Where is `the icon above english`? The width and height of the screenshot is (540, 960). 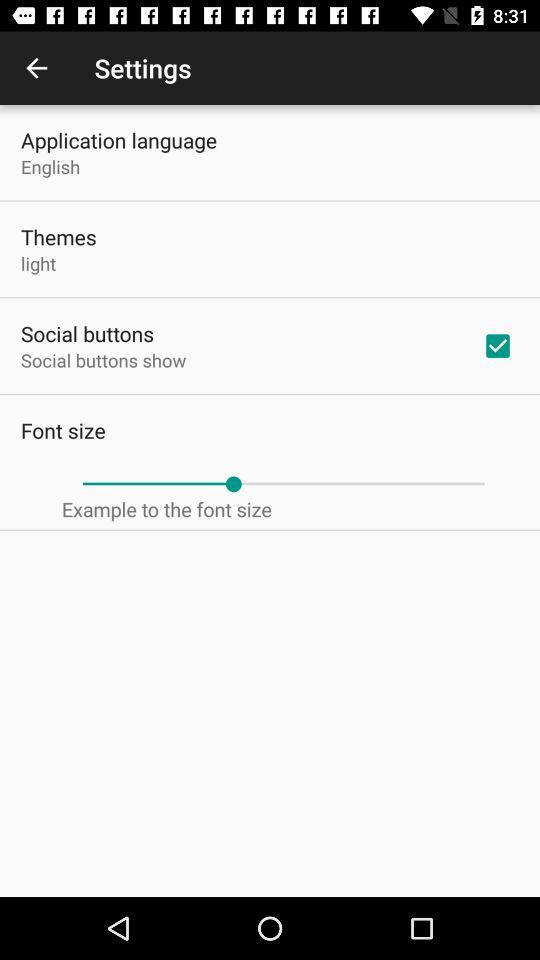
the icon above english is located at coordinates (119, 139).